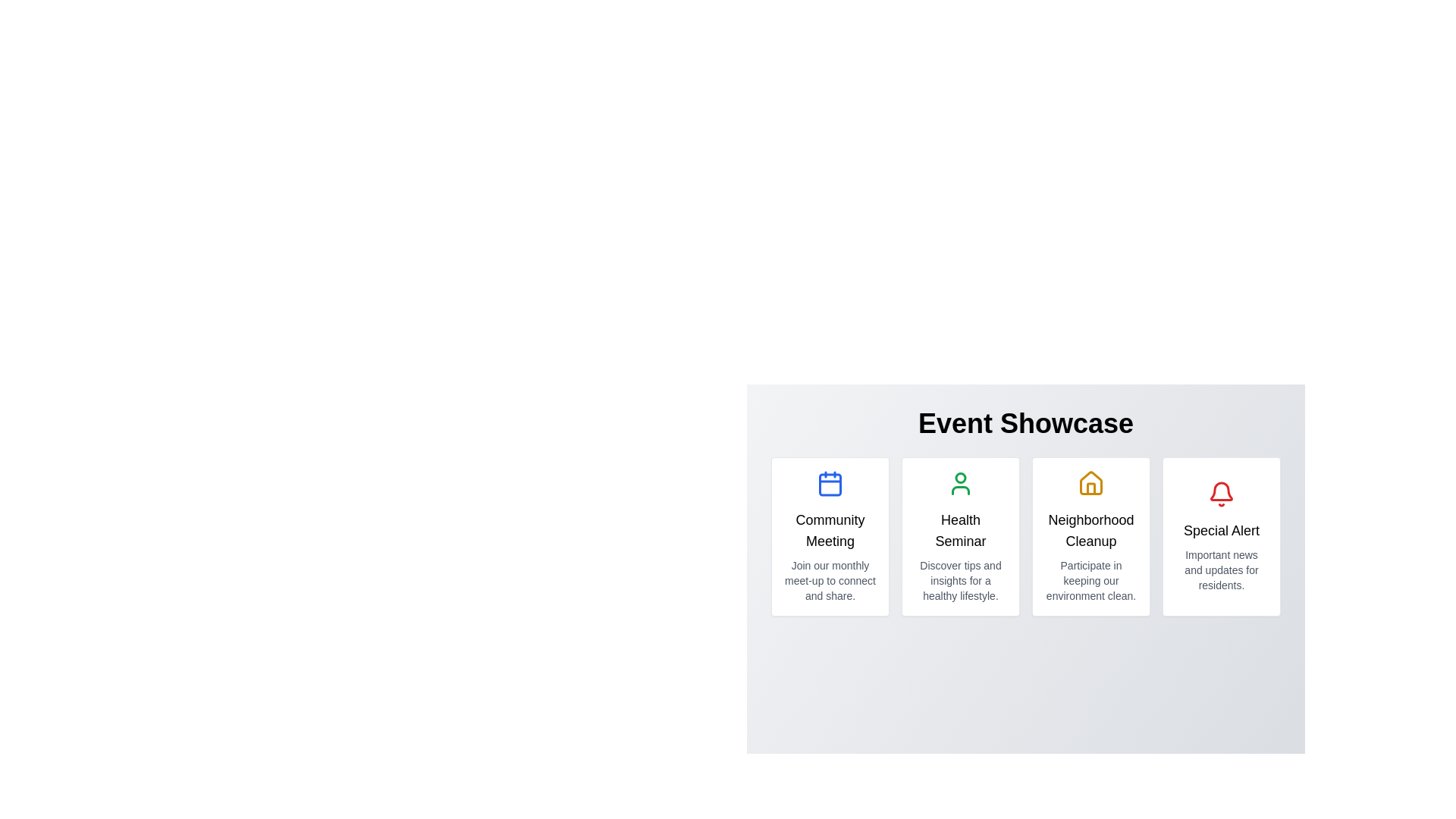 This screenshot has height=819, width=1456. I want to click on the descriptive text element that provides information about the 'Community Meeting' event, positioned directly below the heading within its card layout, so click(829, 580).